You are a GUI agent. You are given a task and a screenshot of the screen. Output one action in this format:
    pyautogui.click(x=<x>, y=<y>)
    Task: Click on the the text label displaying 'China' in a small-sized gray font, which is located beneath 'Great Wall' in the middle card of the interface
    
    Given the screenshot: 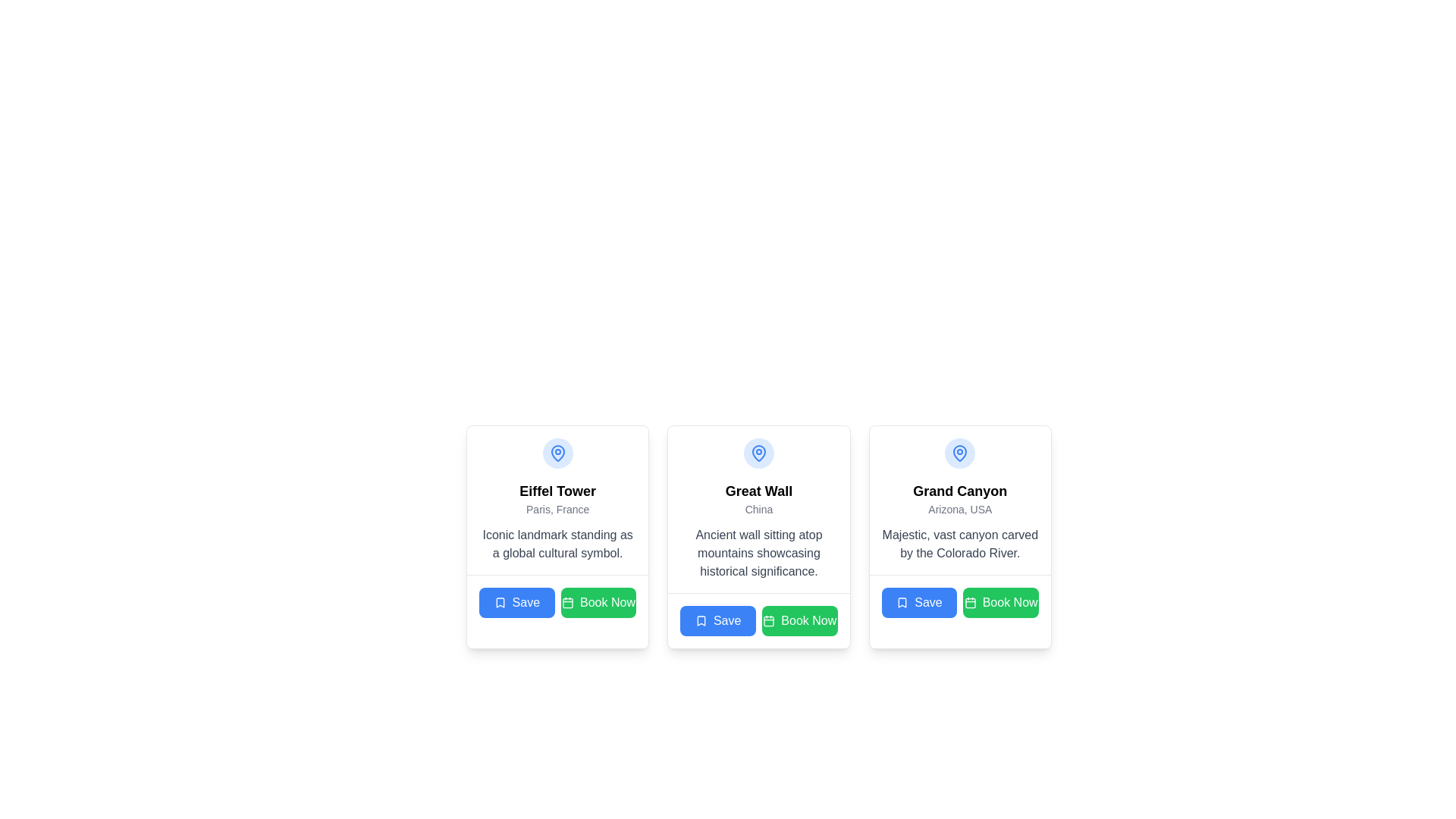 What is the action you would take?
    pyautogui.click(x=758, y=509)
    